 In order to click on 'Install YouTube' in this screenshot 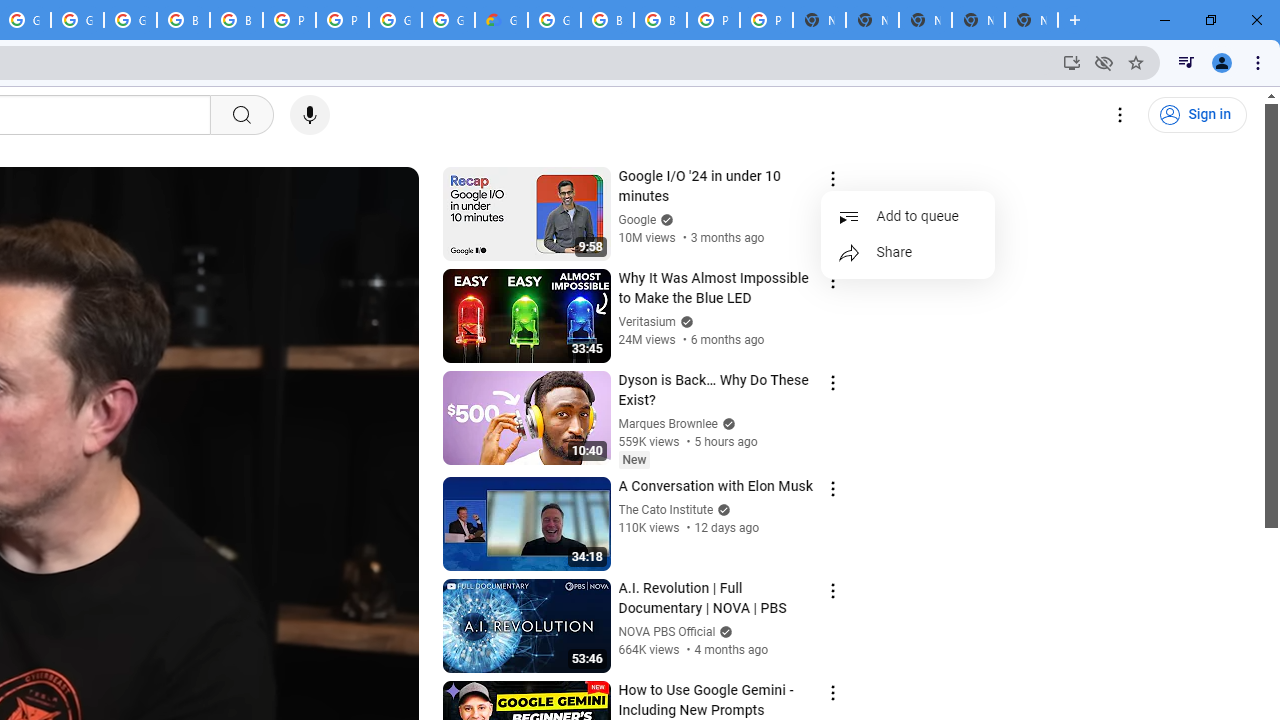, I will do `click(1071, 61)`.